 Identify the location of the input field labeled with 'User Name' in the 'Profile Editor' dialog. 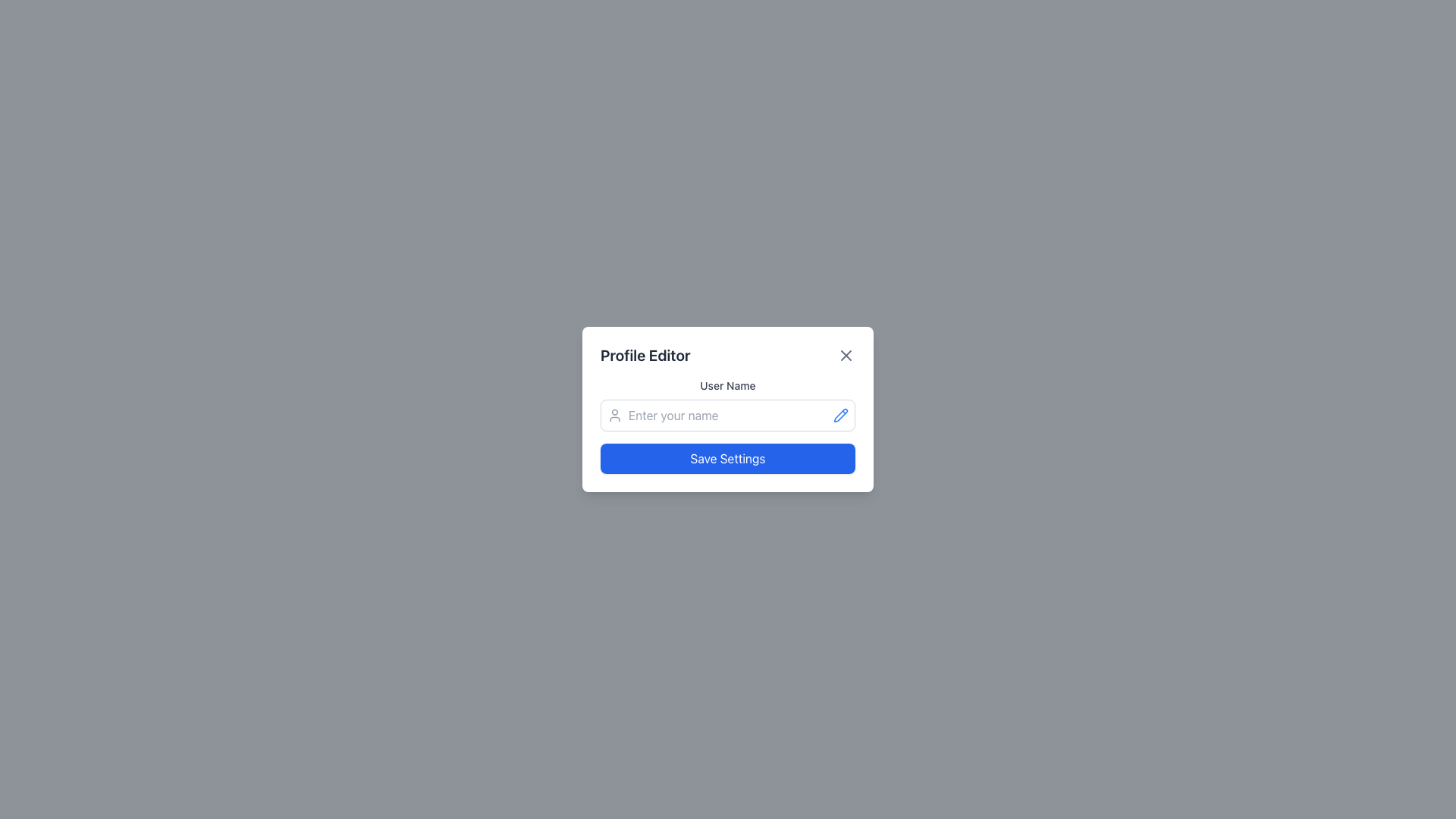
(728, 415).